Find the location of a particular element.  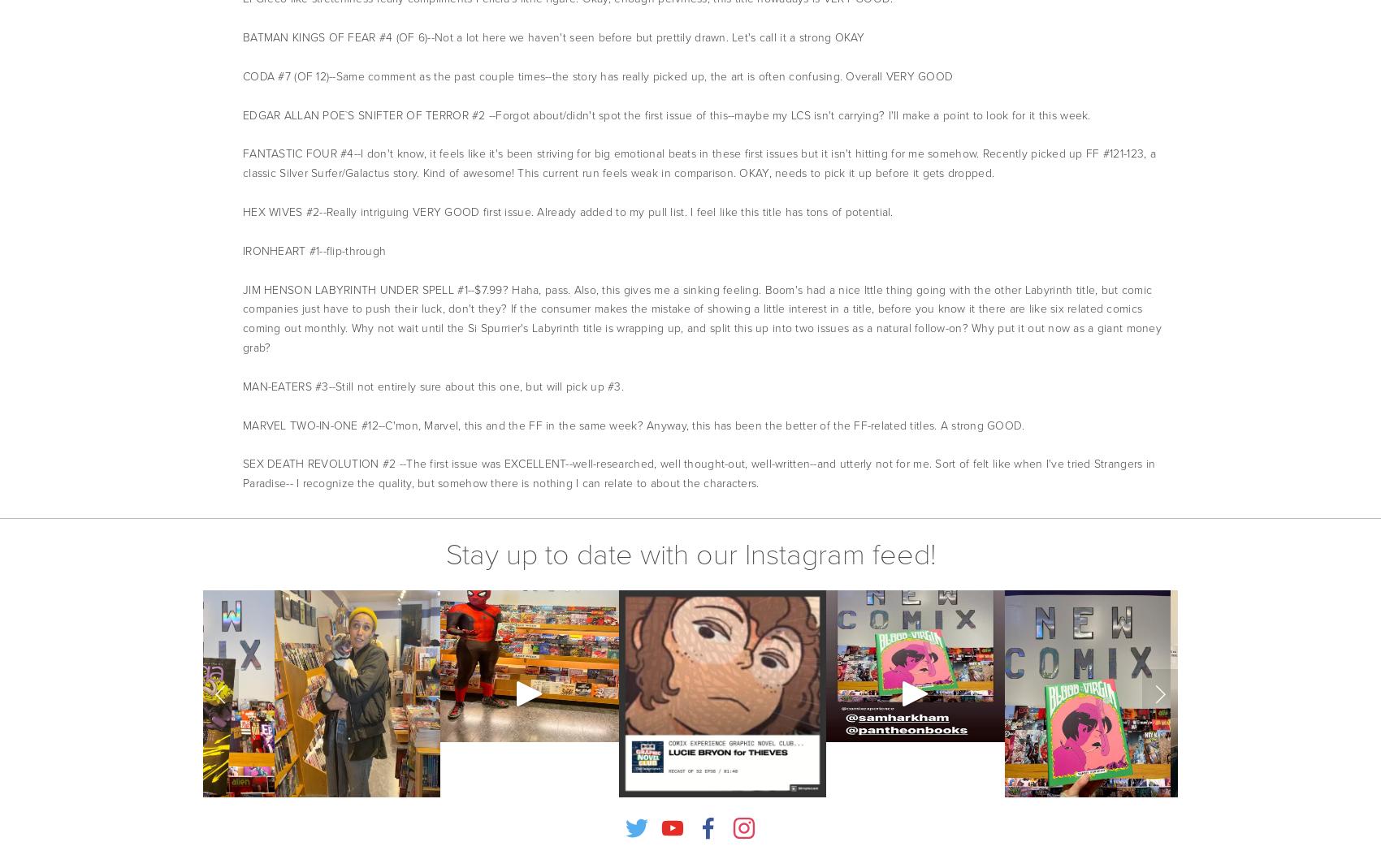

'FANTASTIC FOUR #4--I don't know, it feels like it's been striving for big emotional beats in these first issues but it isn't hitting for me somehow. Recently picked up FF #121-123, a classic Silver Surfer/Galactus story. Kind of awesome! This current run feels weak in comparison. OKAY, needs to pick it up before it gets dropped.' is located at coordinates (699, 163).